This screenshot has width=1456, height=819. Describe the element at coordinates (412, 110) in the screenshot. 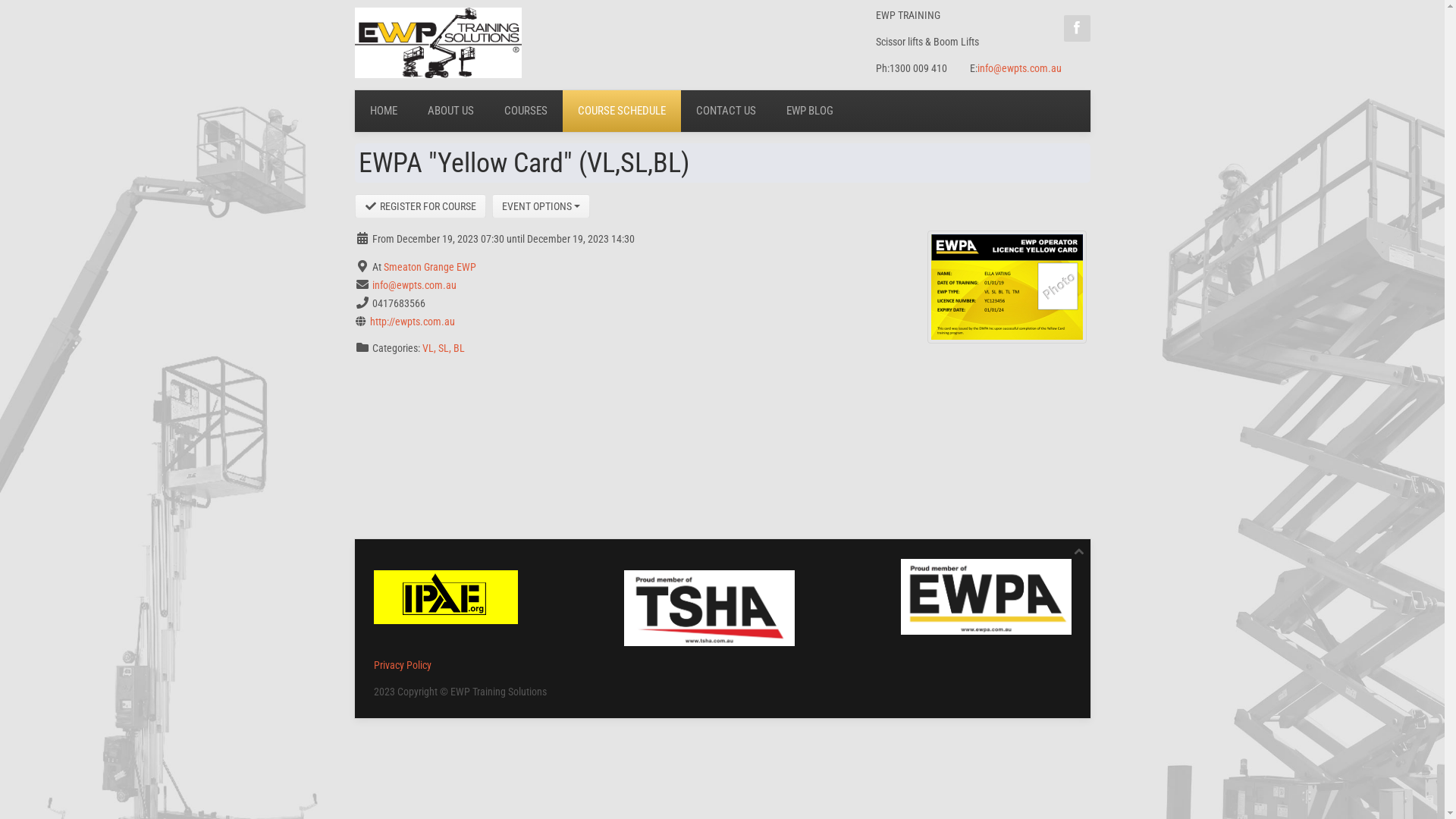

I see `'ABOUT US'` at that location.